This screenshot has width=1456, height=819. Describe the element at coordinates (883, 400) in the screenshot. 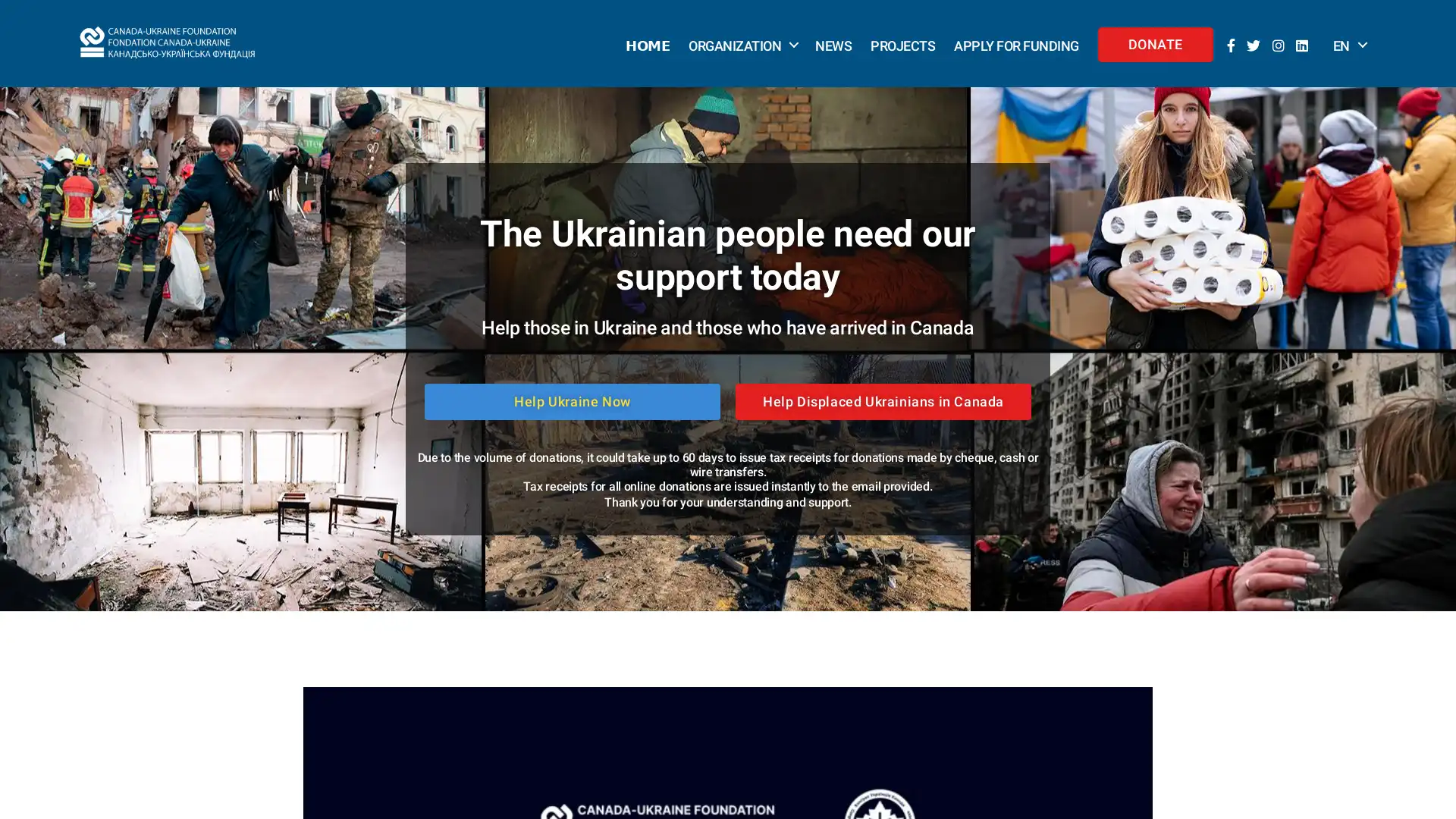

I see `Help Displaced Ukrainians in Canada` at that location.